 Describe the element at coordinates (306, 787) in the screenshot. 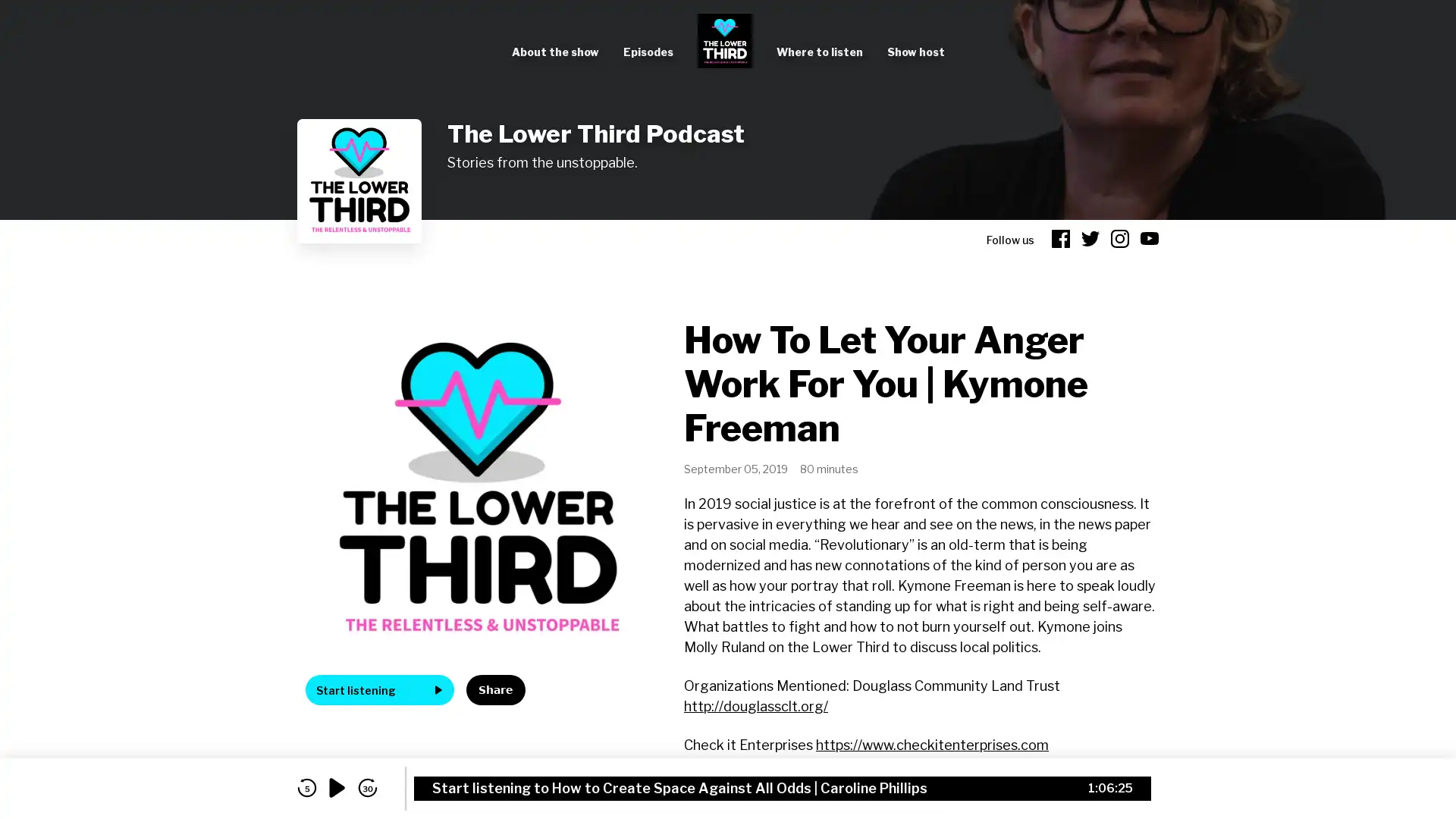

I see `skip back 5 seconds` at that location.